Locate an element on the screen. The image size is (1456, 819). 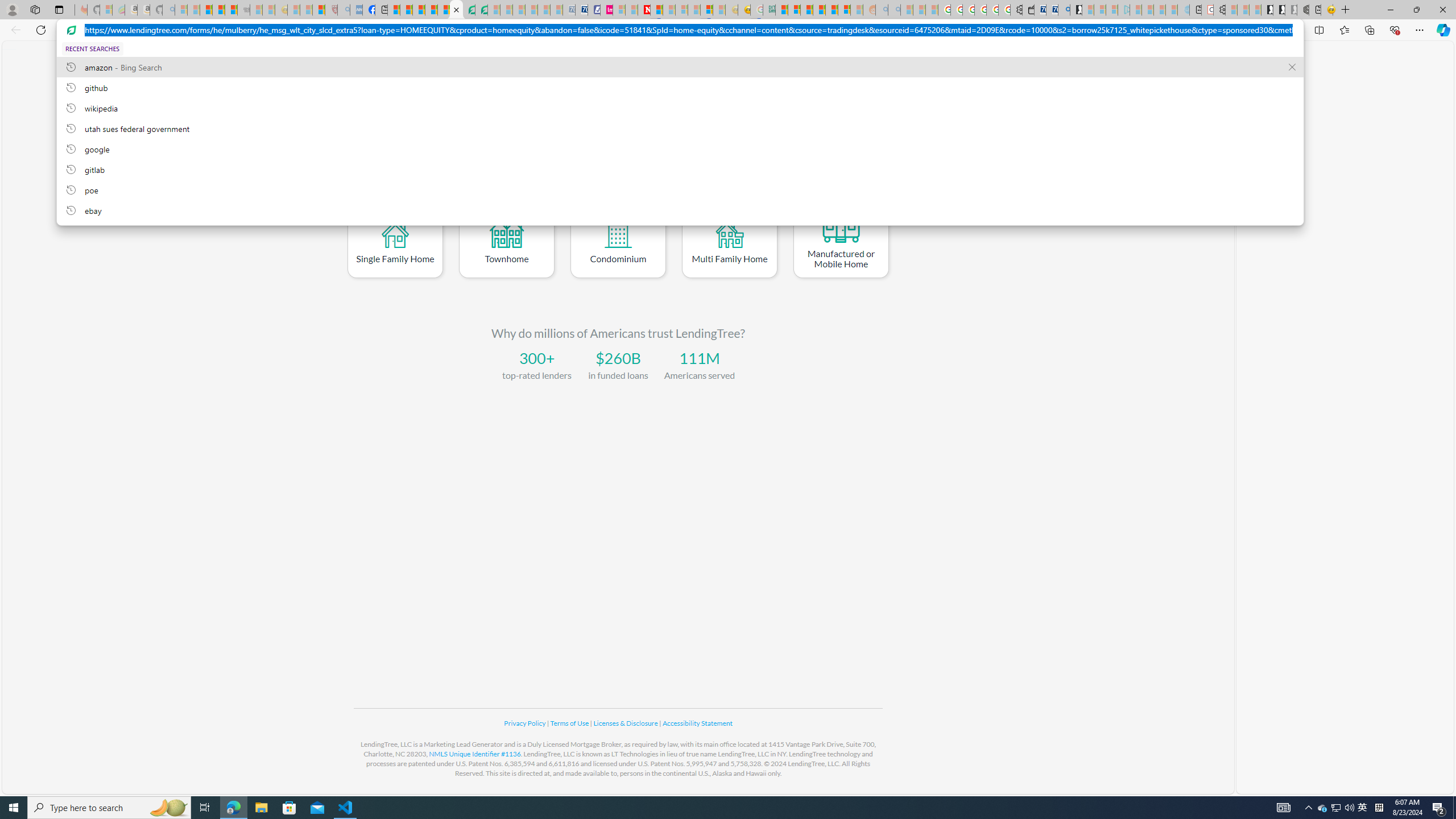
'New Report Confirms 2023 Was Record Hot | Watch' is located at coordinates (230, 9).